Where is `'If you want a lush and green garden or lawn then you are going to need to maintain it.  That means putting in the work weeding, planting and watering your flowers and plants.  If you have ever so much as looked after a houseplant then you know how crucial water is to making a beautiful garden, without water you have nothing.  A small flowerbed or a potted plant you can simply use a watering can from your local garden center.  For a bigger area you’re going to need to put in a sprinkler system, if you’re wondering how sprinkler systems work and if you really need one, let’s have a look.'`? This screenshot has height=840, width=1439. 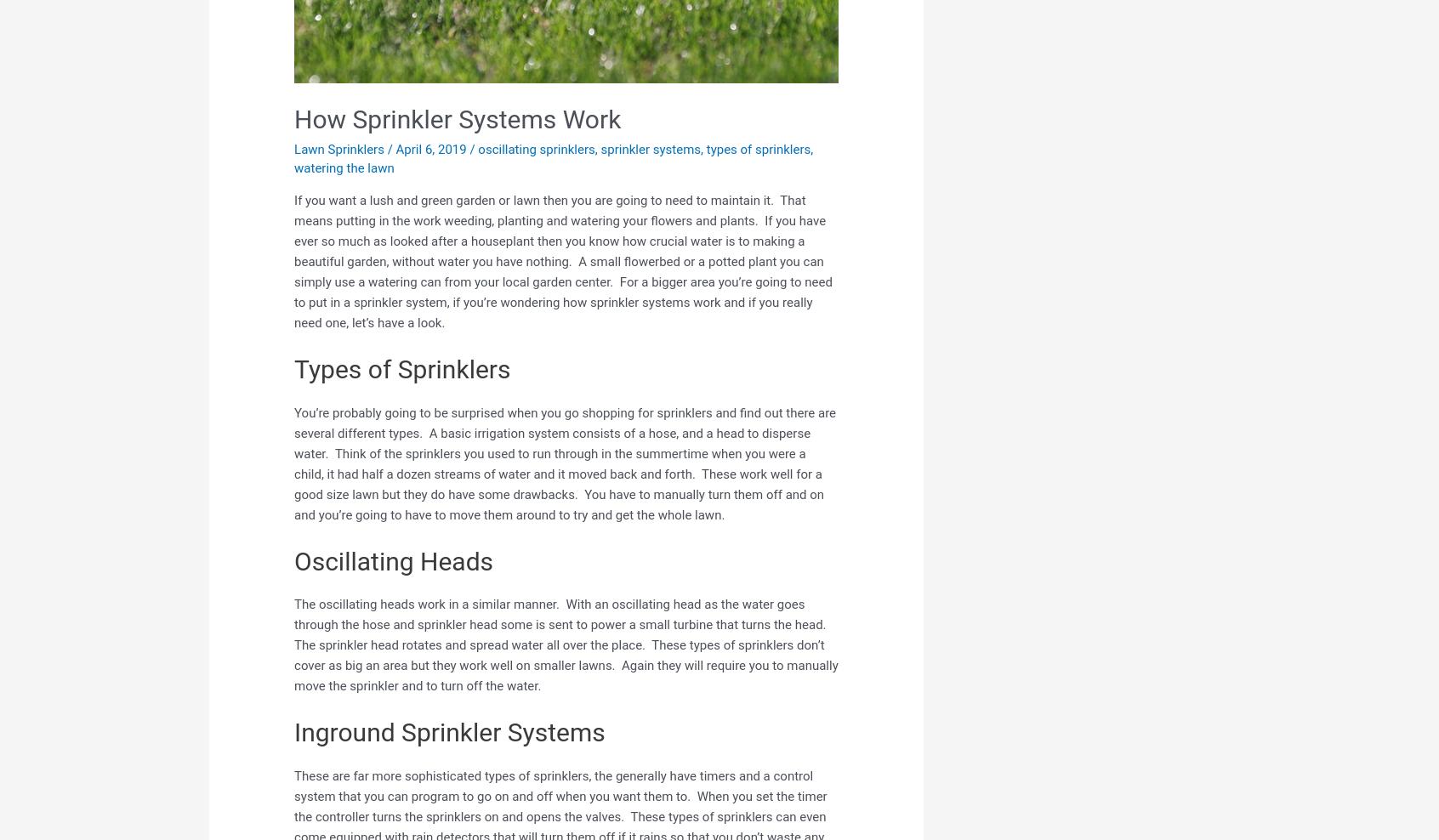 'If you want a lush and green garden or lawn then you are going to need to maintain it.  That means putting in the work weeding, planting and watering your flowers and plants.  If you have ever so much as looked after a houseplant then you know how crucial water is to making a beautiful garden, without water you have nothing.  A small flowerbed or a potted plant you can simply use a watering can from your local garden center.  For a bigger area you’re going to need to put in a sprinkler system, if you’re wondering how sprinkler systems work and if you really need one, let’s have a look.' is located at coordinates (293, 260).